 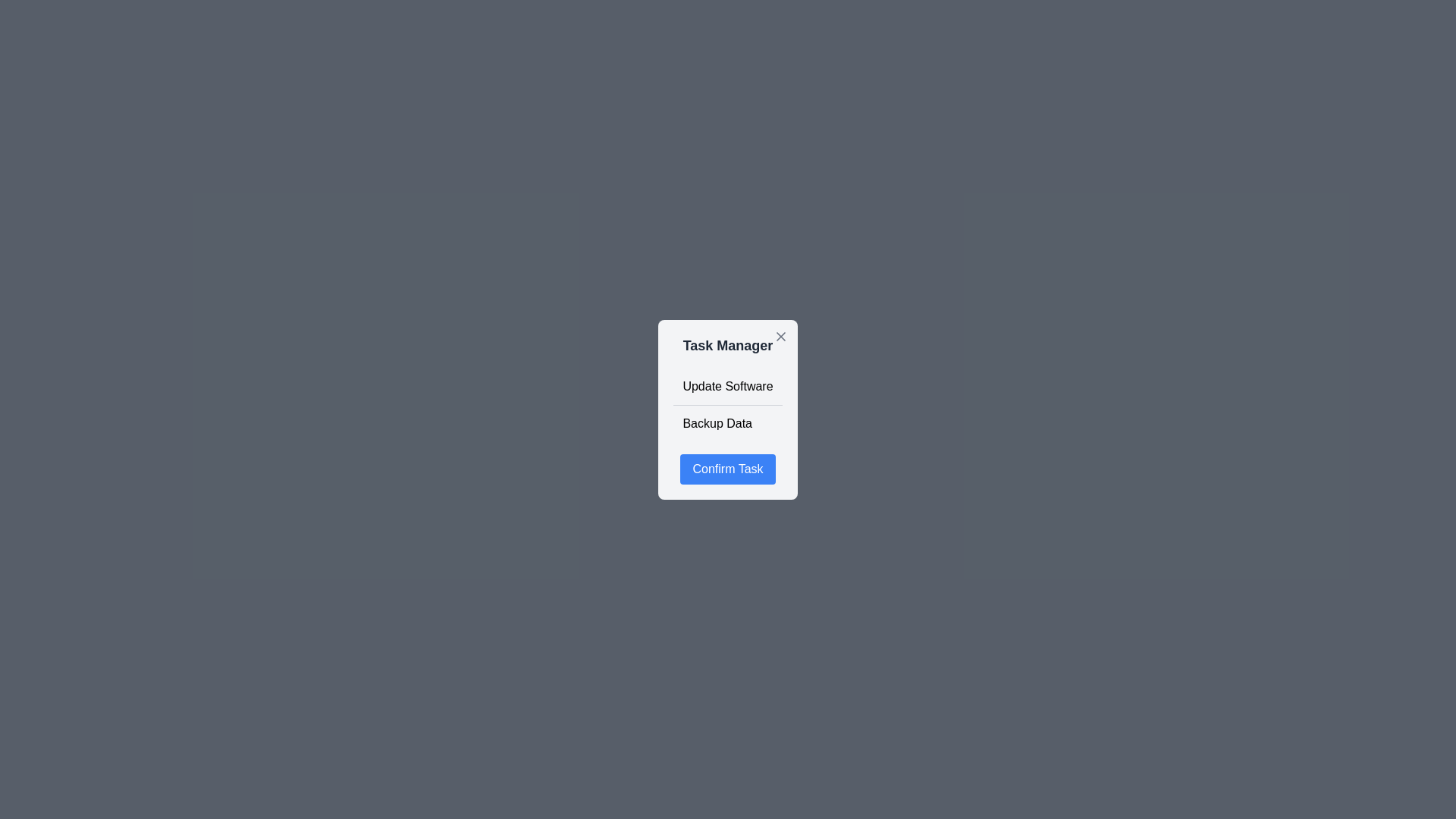 What do you see at coordinates (728, 468) in the screenshot?
I see `'Confirm Task' button to acknowledge the task` at bounding box center [728, 468].